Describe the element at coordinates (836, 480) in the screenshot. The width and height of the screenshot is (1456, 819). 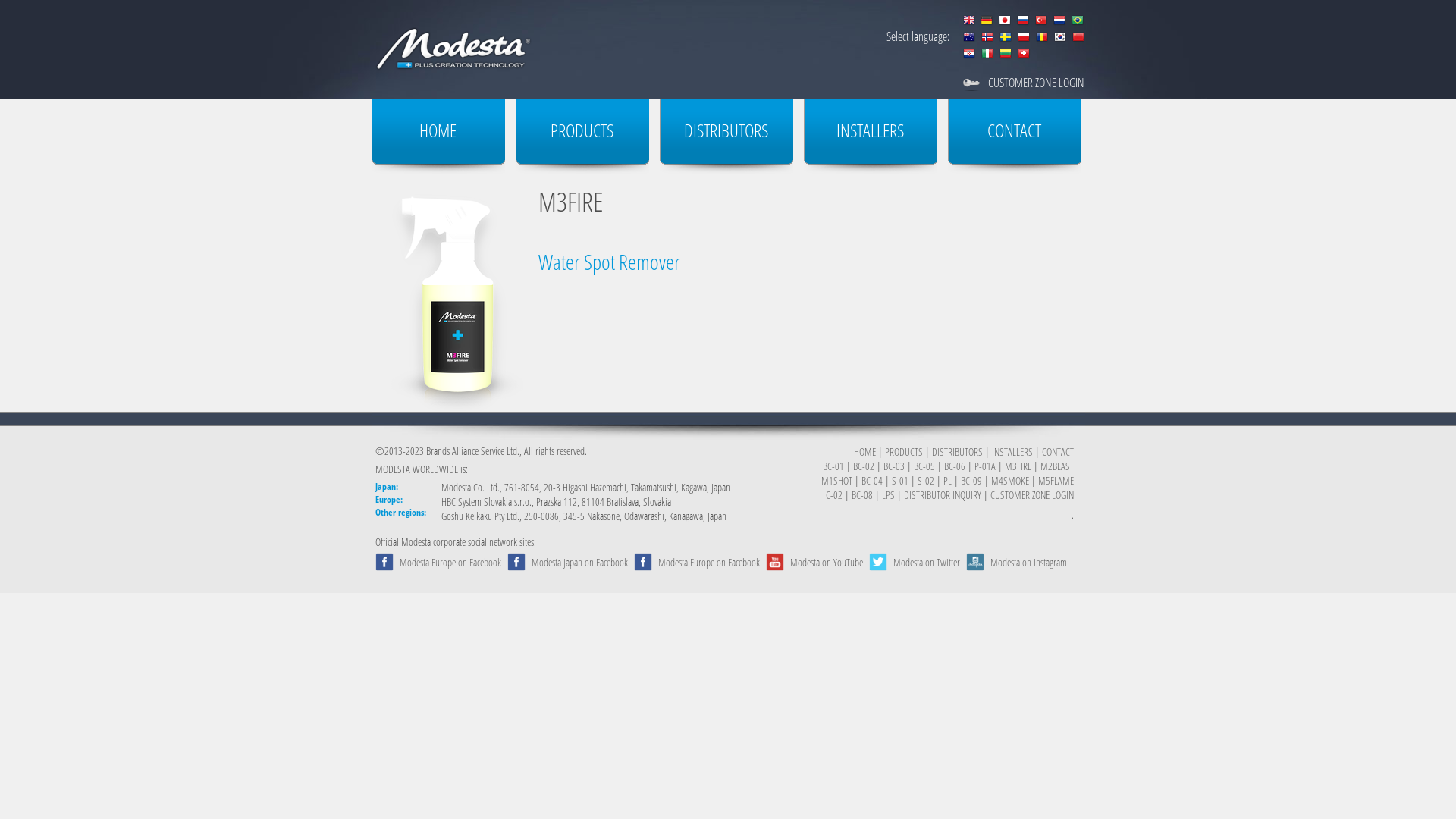
I see `'M1SHOT'` at that location.